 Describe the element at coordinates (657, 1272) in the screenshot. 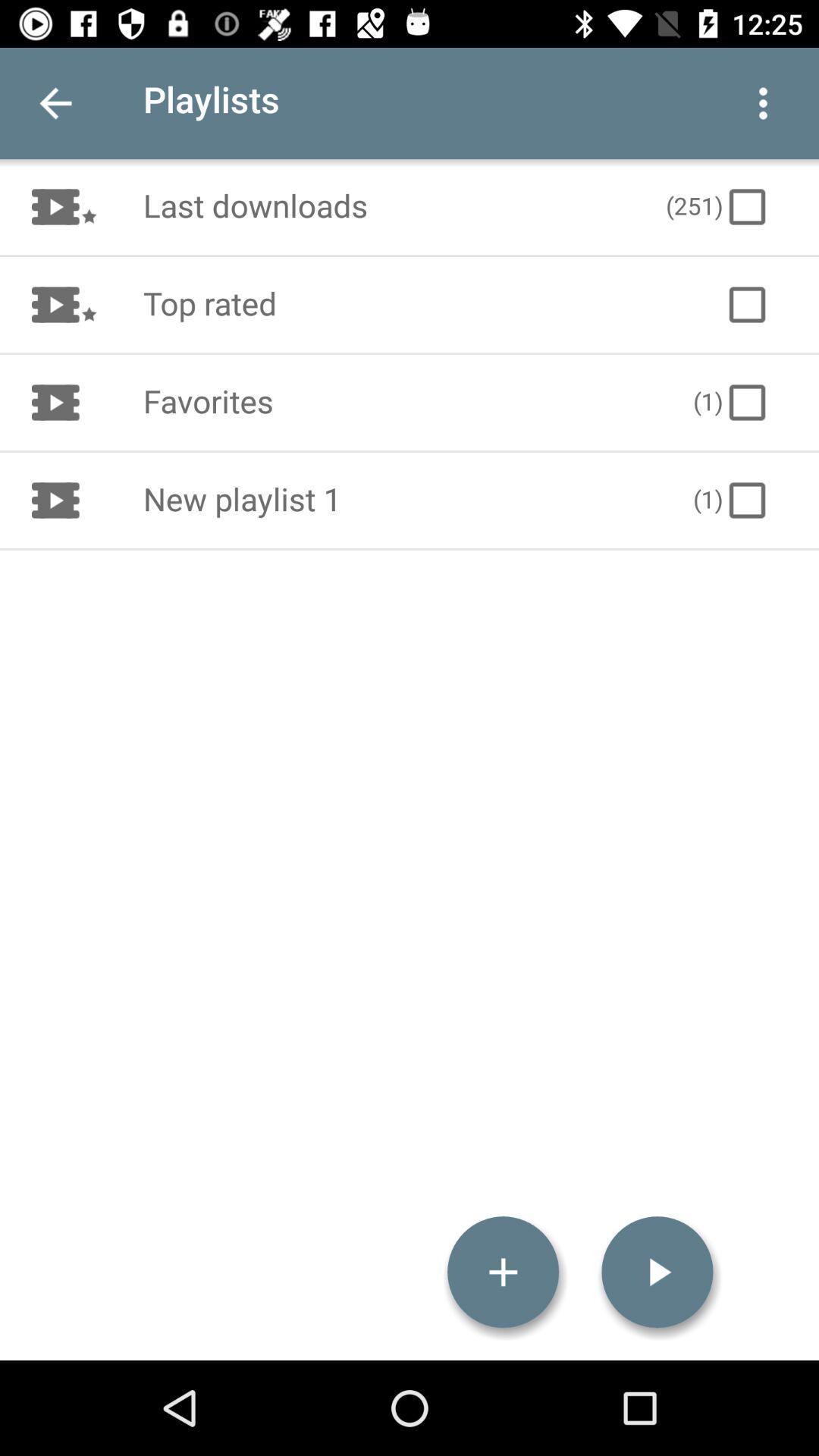

I see `icon at the bottom right corner` at that location.